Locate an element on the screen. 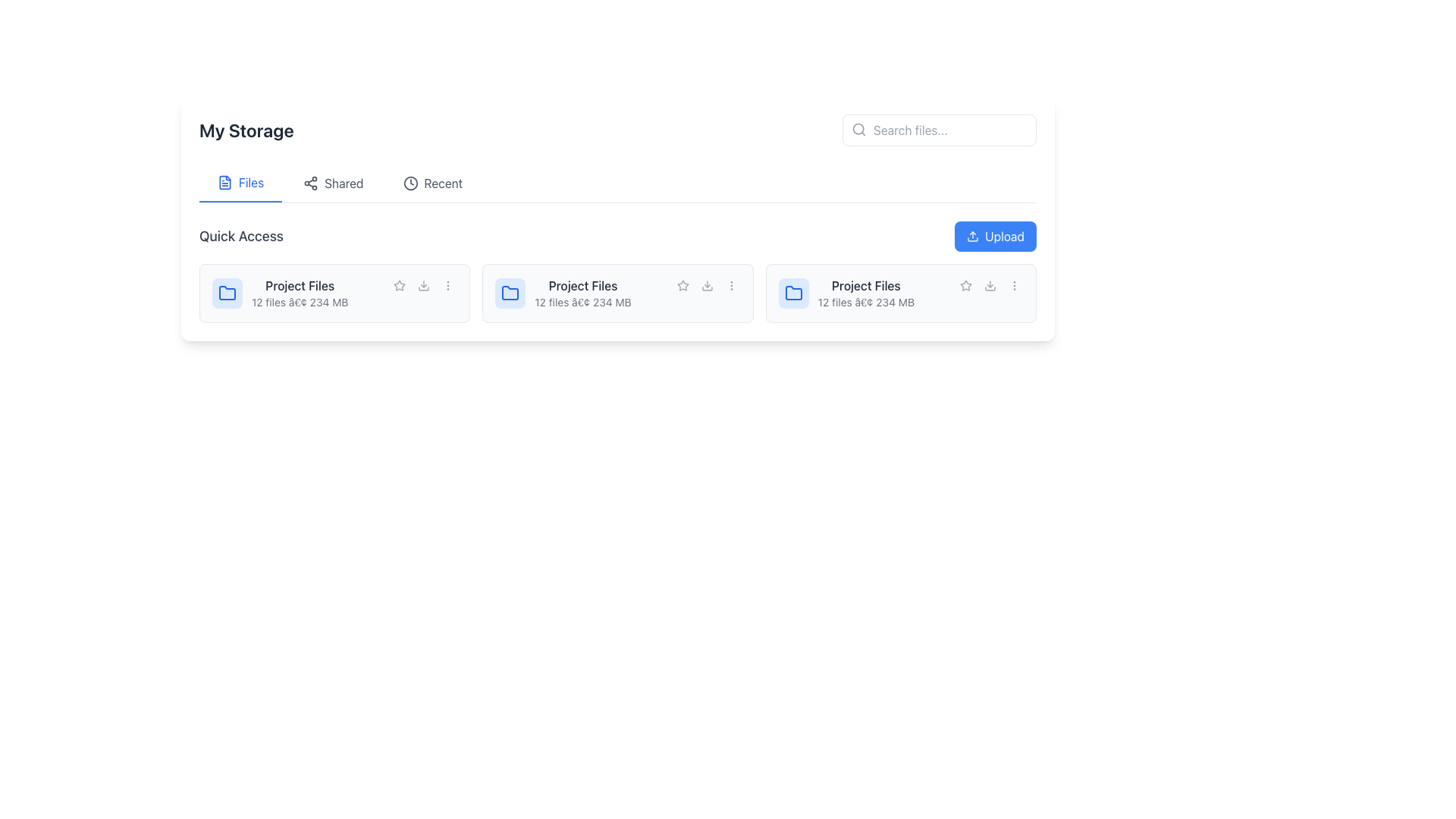 This screenshot has height=819, width=1456. the informational label that shows the number of files and total size of the 'Project Files' folder, located directly beneath the 'Project Files' text in the 'Quick Access' section is located at coordinates (582, 302).